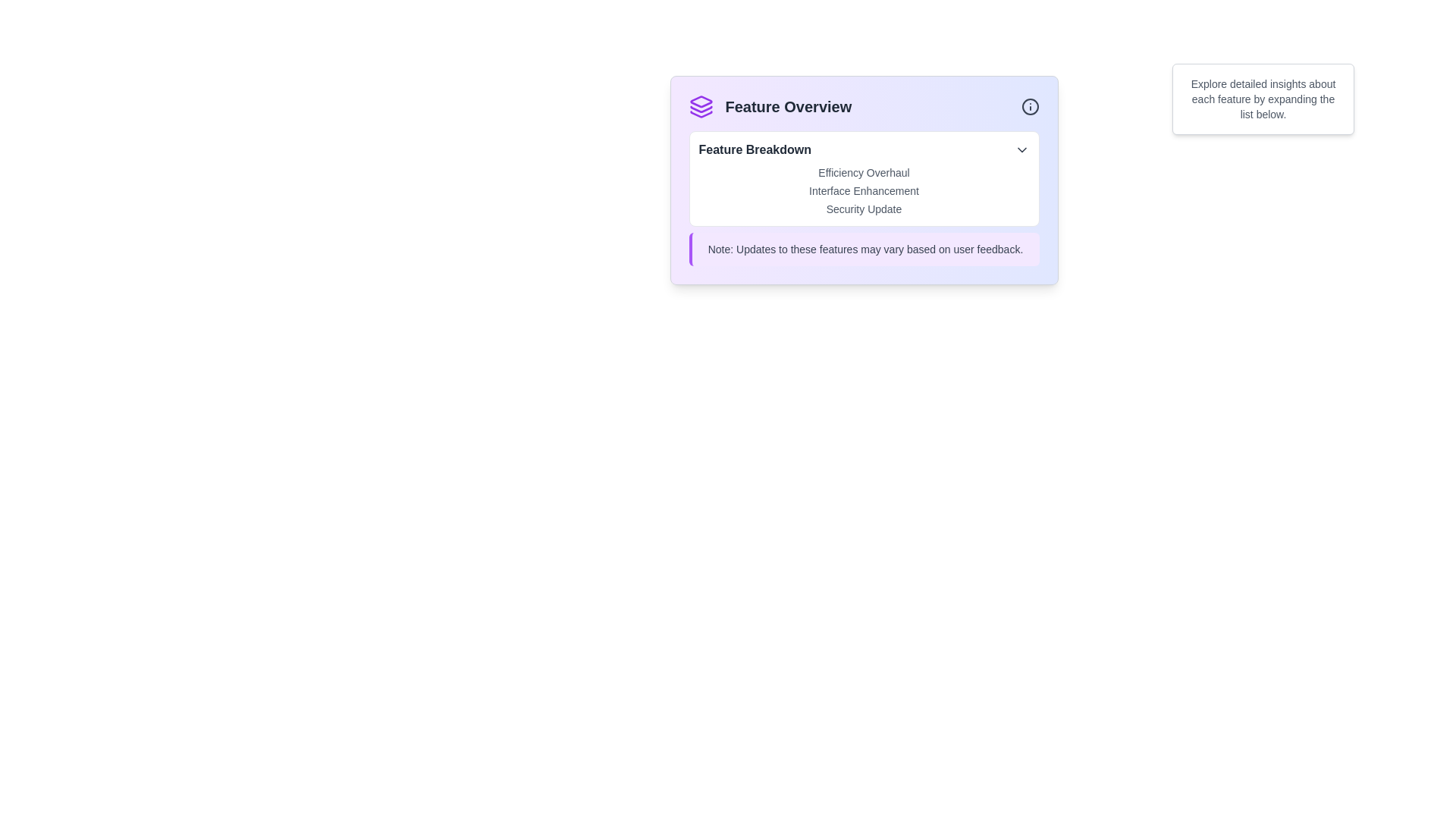 This screenshot has height=819, width=1456. Describe the element at coordinates (864, 190) in the screenshot. I see `the second text label in the 'Feature Breakdown' section, which describes a feature between 'Efficiency Overhaul' and 'Security Update'` at that location.